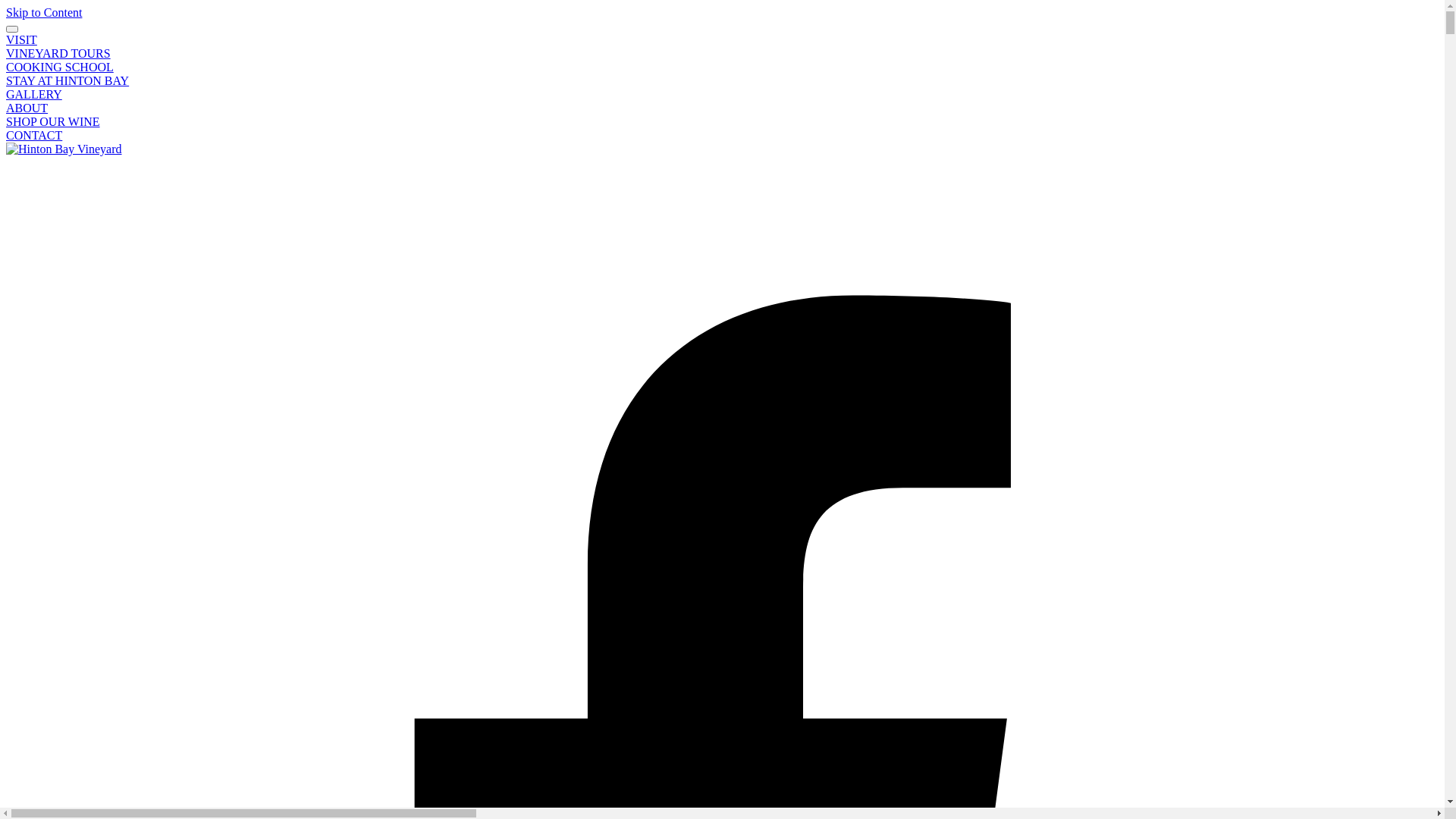 Image resolution: width=1456 pixels, height=819 pixels. Describe the element at coordinates (58, 52) in the screenshot. I see `'VINEYARD TOURS'` at that location.